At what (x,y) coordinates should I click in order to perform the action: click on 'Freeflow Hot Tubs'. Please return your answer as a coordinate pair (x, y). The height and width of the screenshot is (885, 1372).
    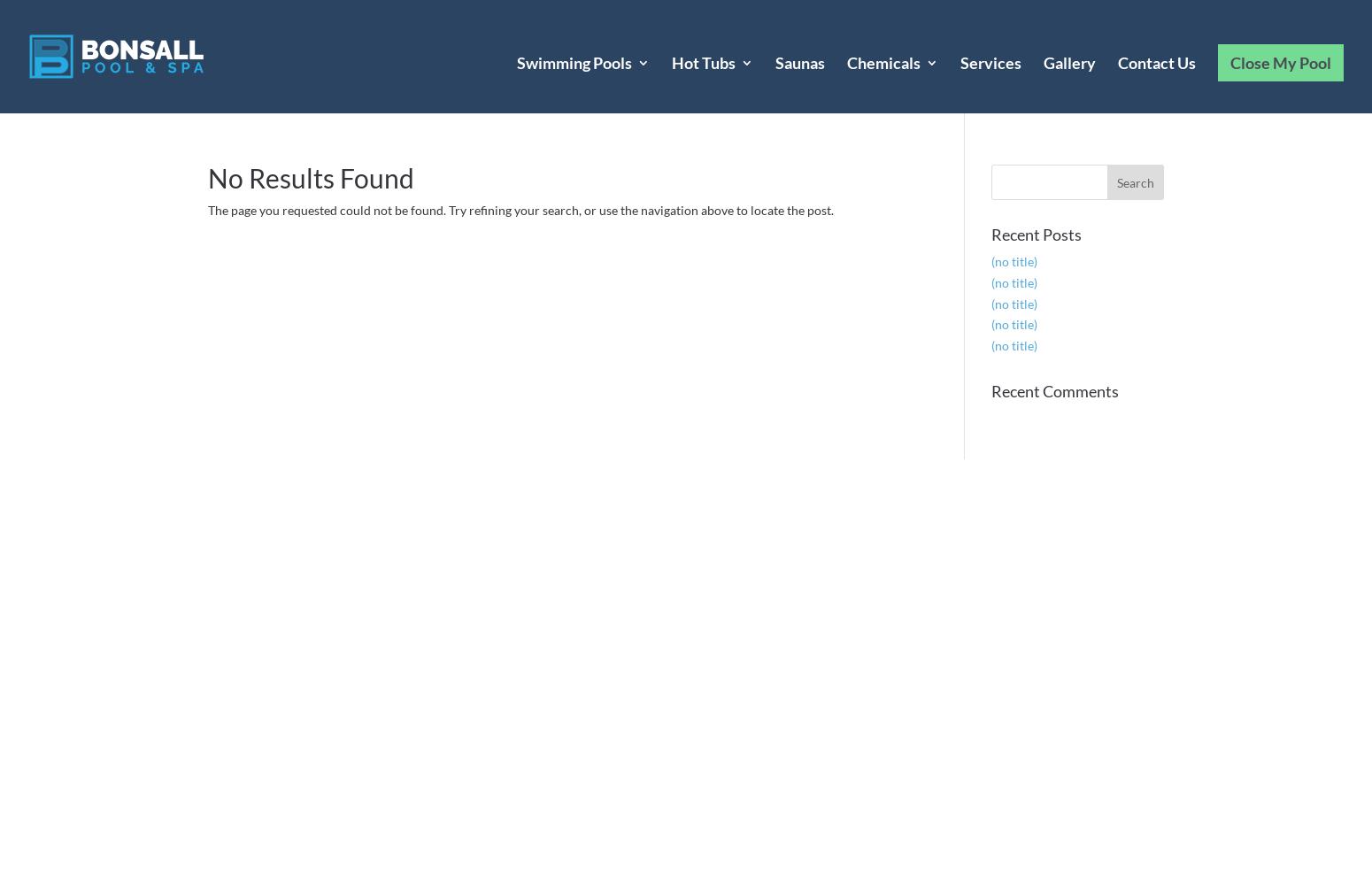
    Looking at the image, I should click on (772, 186).